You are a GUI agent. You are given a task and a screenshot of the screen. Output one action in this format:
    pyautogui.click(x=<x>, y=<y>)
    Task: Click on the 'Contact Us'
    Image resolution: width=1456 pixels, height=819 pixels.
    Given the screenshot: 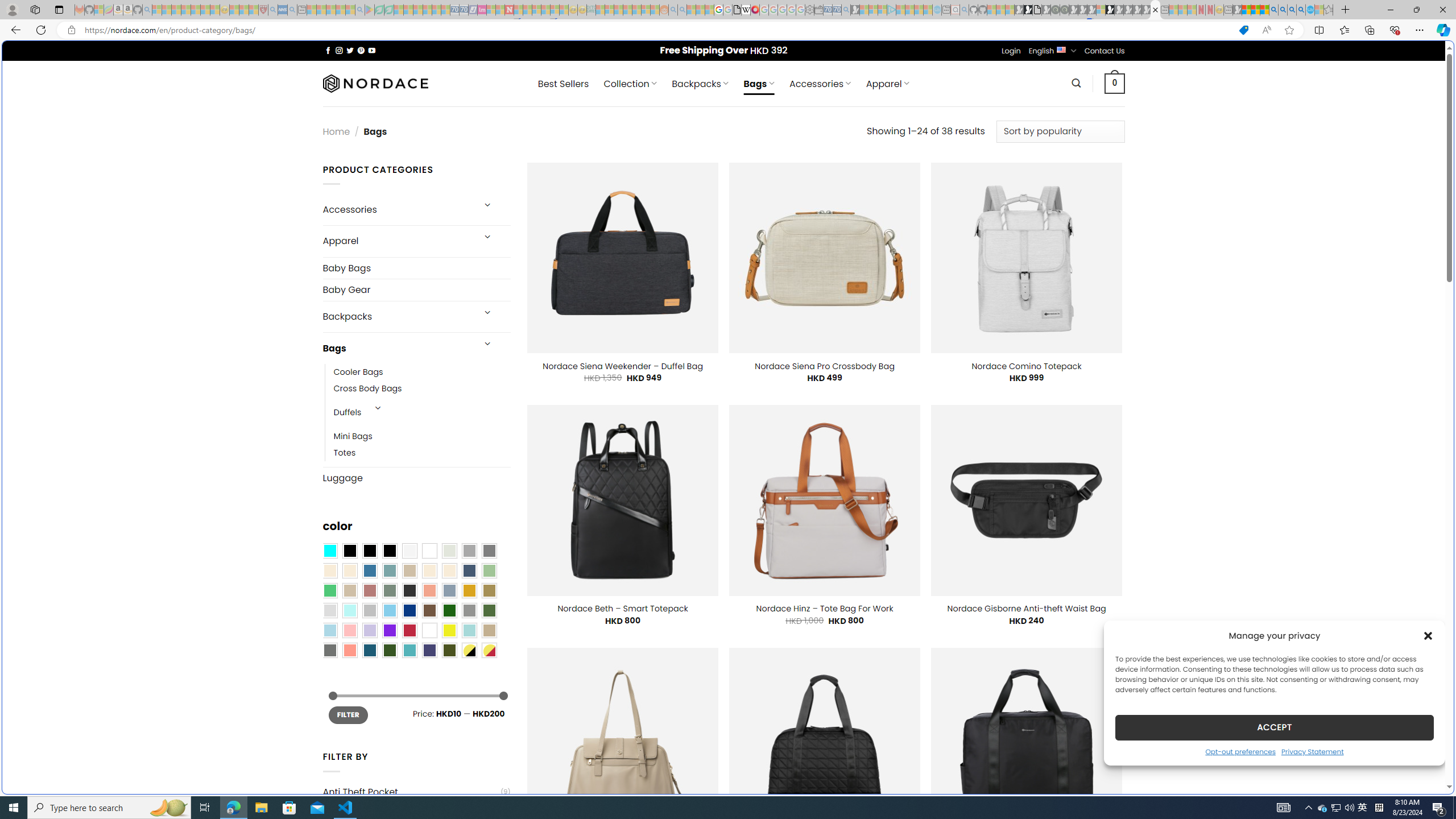 What is the action you would take?
    pyautogui.click(x=1105, y=50)
    